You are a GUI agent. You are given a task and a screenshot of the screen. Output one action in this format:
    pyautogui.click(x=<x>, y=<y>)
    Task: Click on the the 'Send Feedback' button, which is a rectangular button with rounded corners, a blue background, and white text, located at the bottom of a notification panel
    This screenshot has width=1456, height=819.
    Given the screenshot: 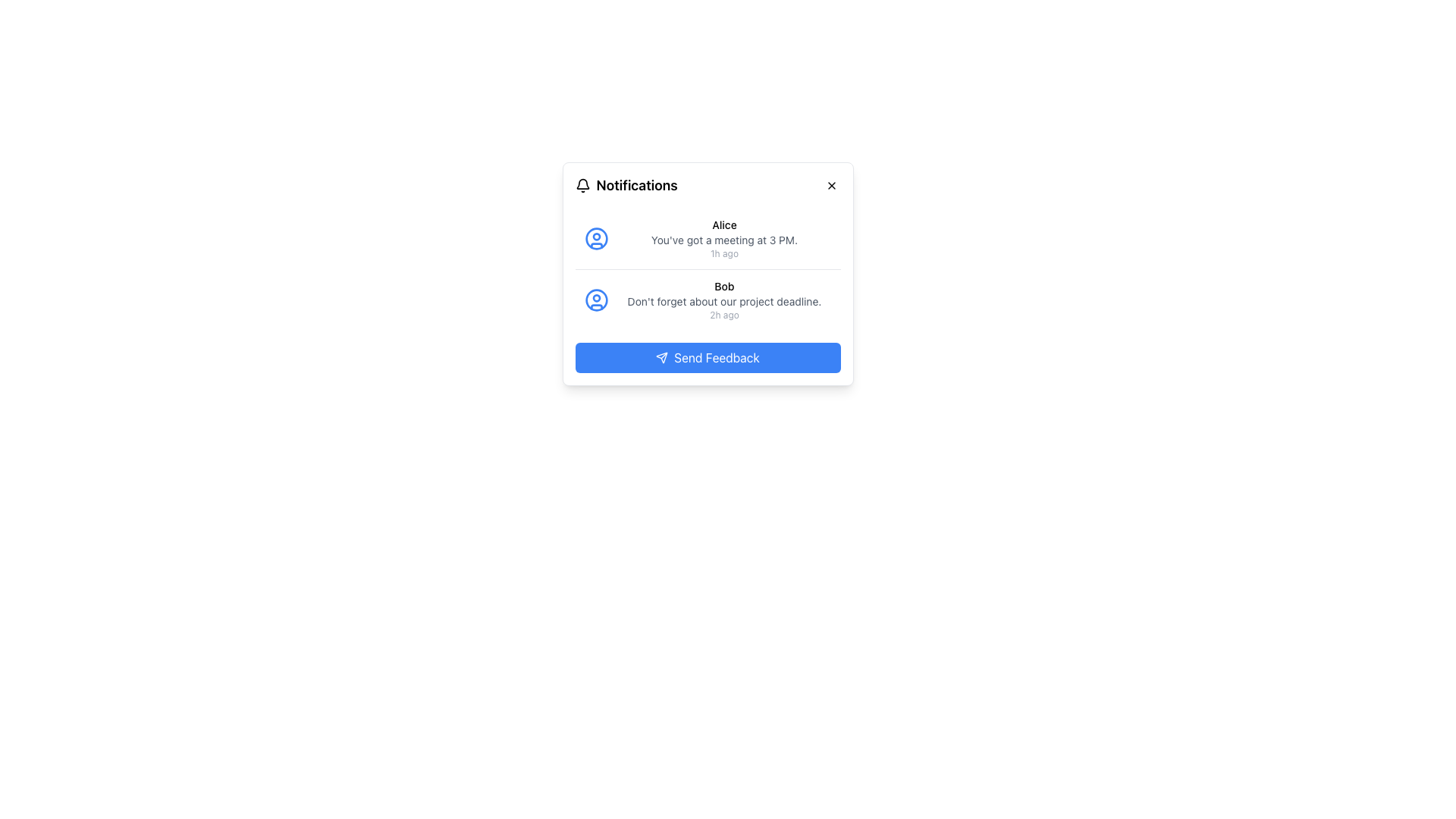 What is the action you would take?
    pyautogui.click(x=707, y=357)
    